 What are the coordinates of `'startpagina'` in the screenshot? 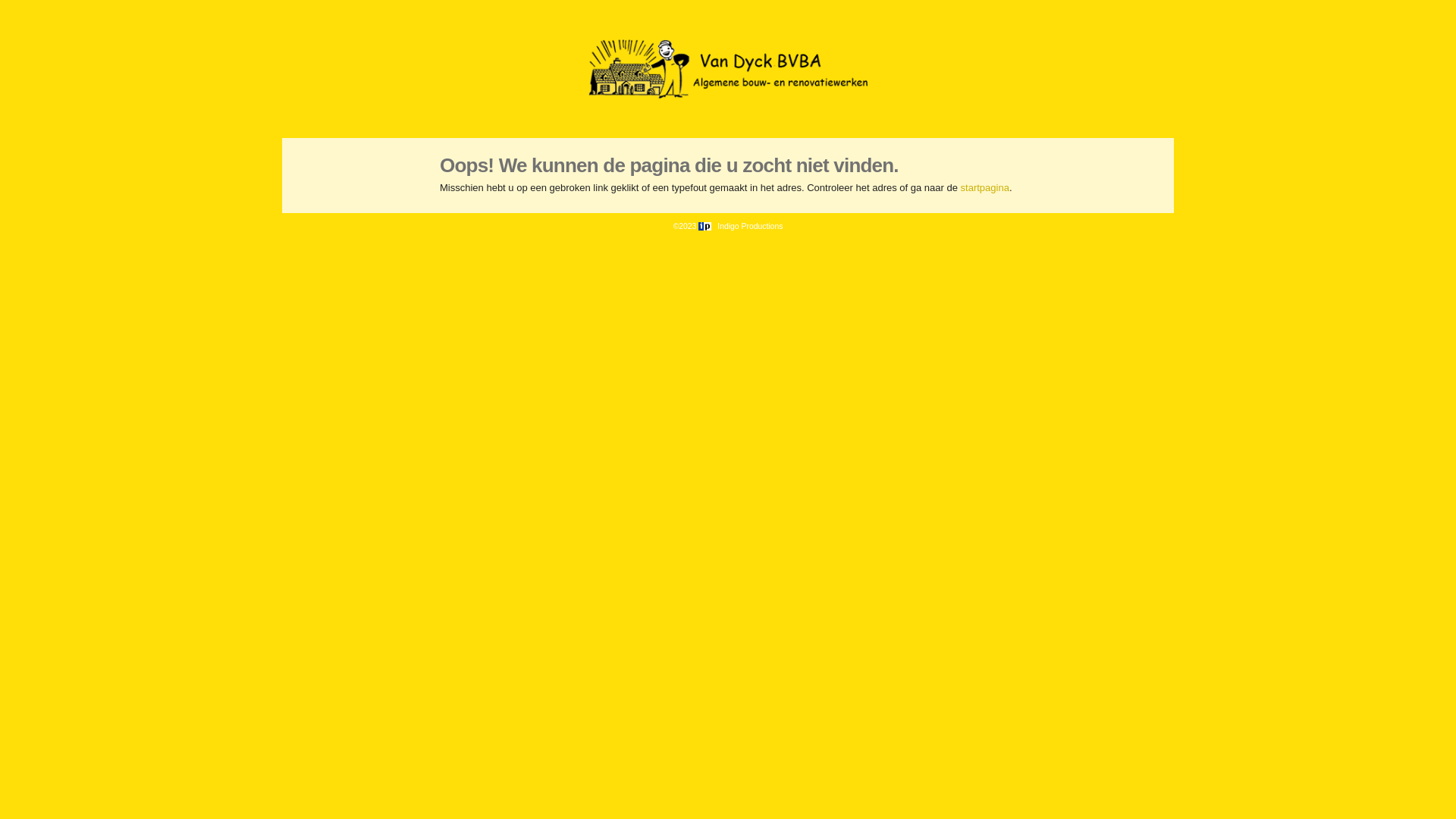 It's located at (985, 187).